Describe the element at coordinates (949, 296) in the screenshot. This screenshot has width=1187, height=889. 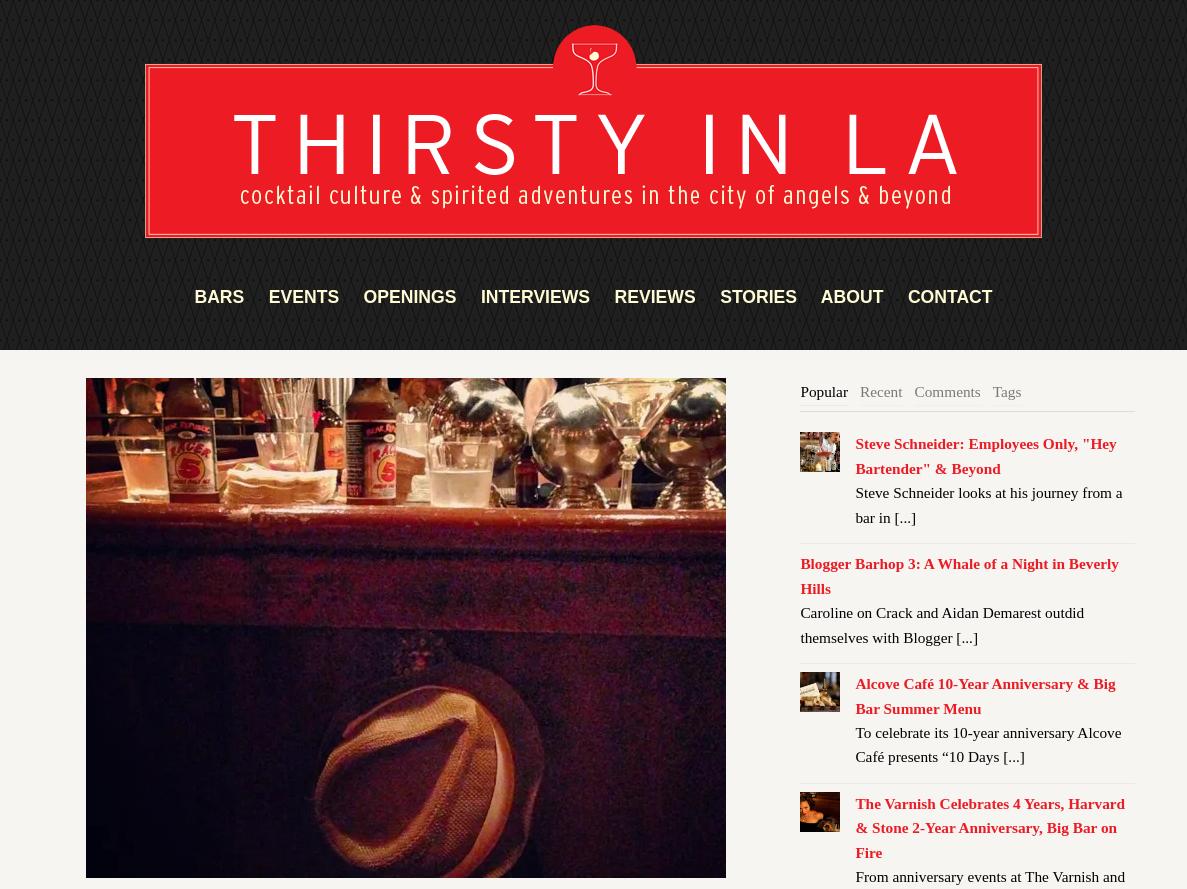
I see `'CONTACT'` at that location.